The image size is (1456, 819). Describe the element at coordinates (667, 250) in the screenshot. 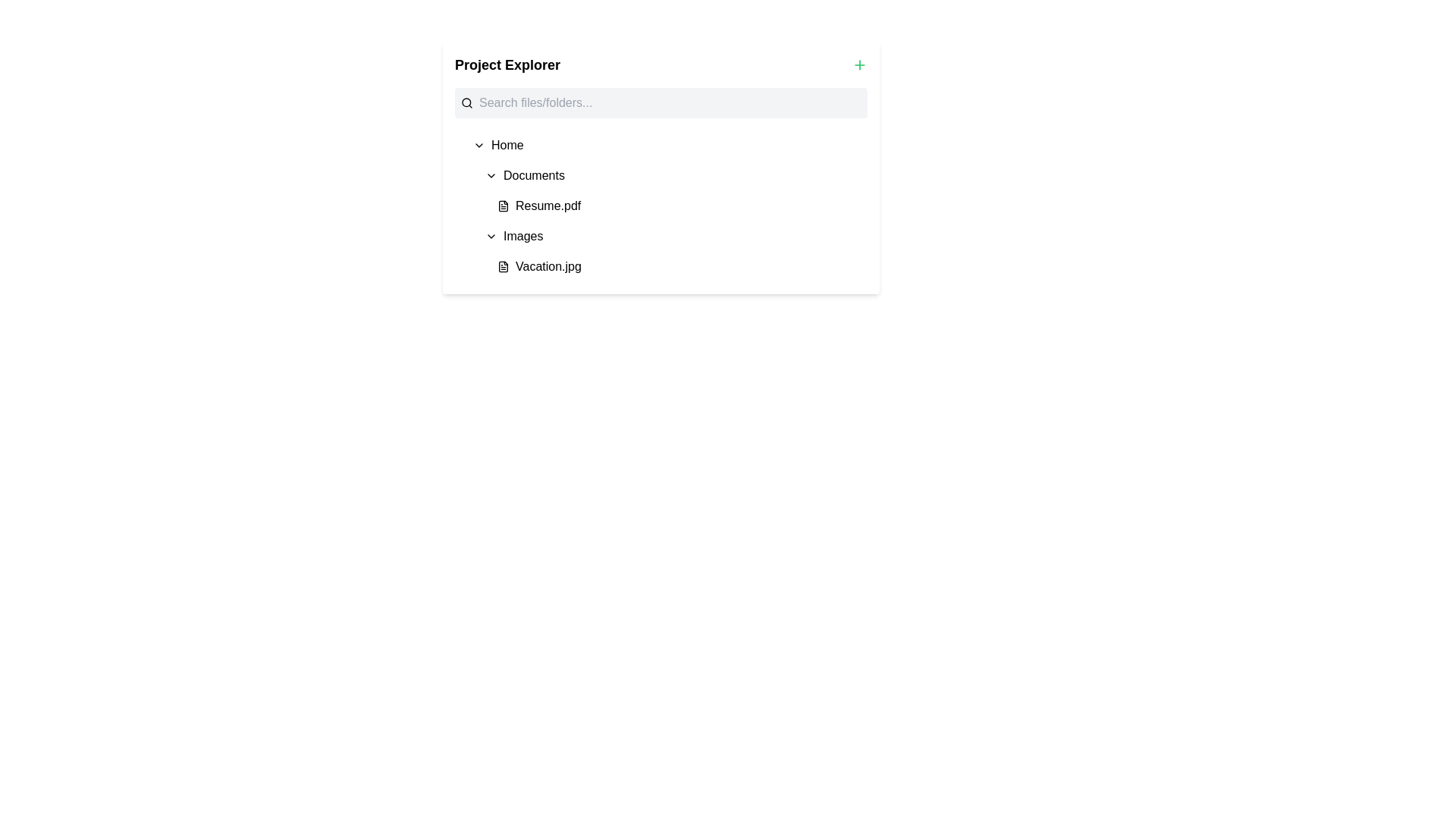

I see `the 'Vacation.jpg' file item located` at that location.